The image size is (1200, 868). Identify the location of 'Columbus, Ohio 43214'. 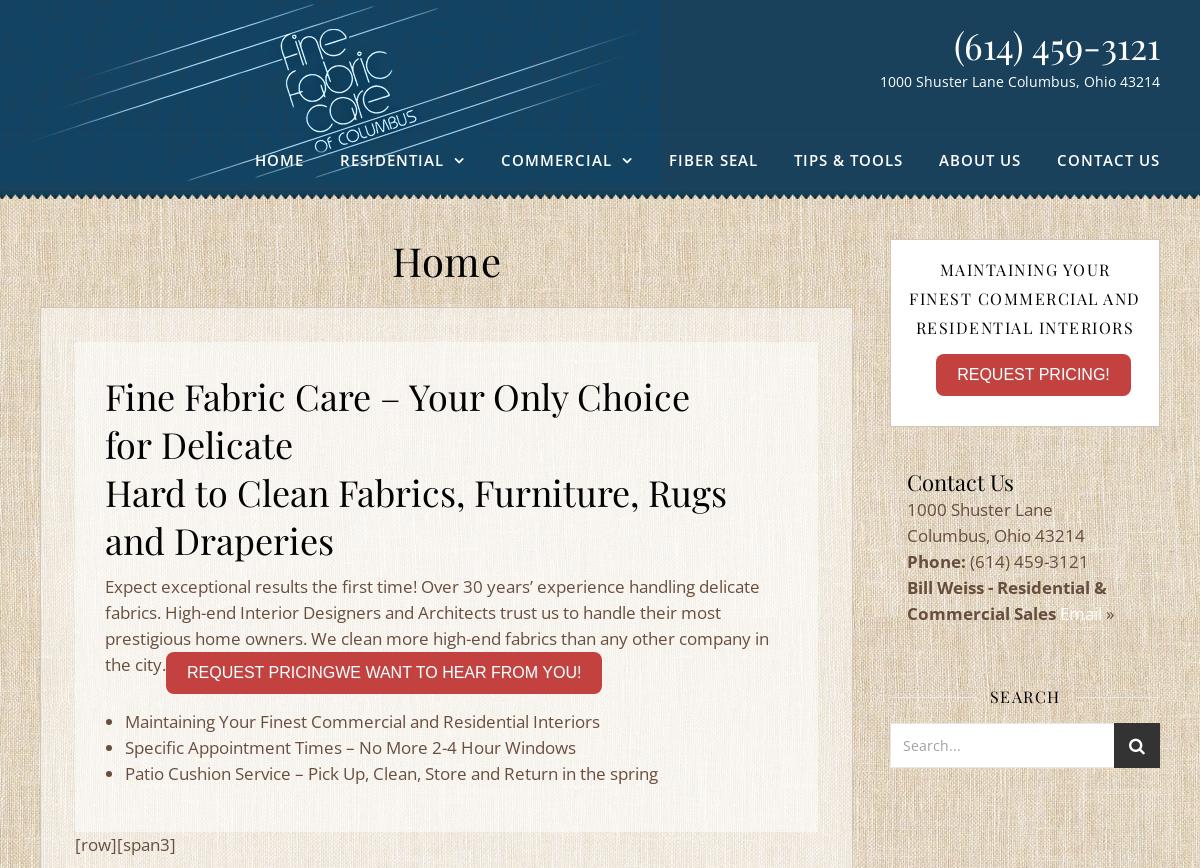
(996, 535).